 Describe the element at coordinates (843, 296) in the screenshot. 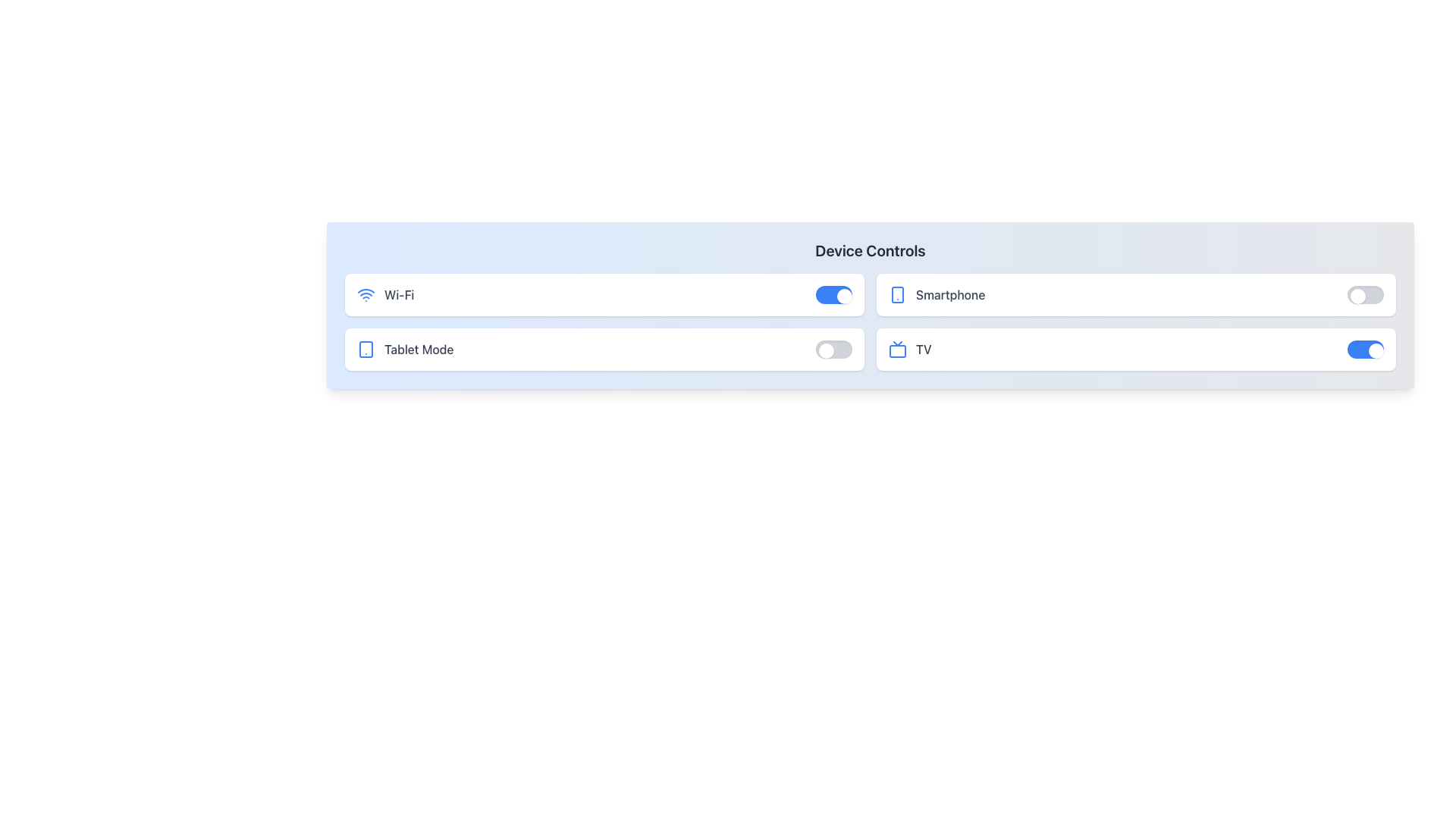

I see `the white circular toggle knob within the blue rectangular toggle switch labeled 'Wi-Fi'` at that location.